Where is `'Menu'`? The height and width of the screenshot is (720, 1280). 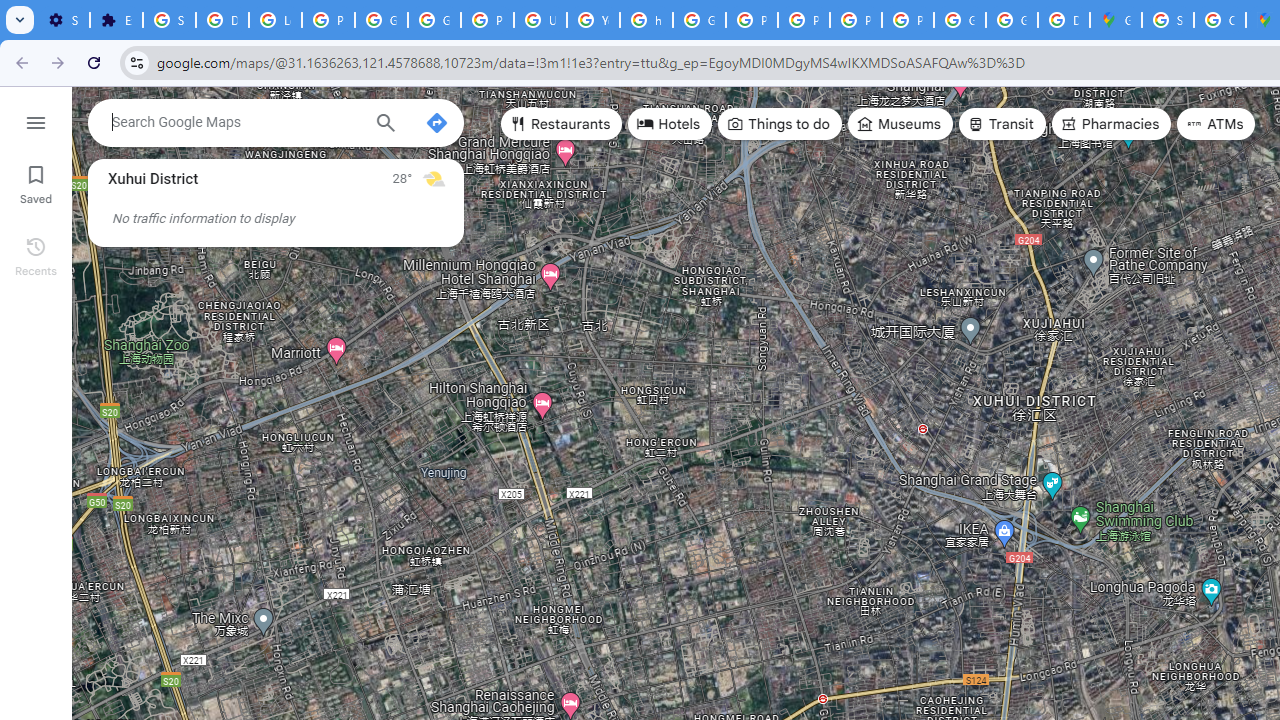
'Menu' is located at coordinates (35, 120).